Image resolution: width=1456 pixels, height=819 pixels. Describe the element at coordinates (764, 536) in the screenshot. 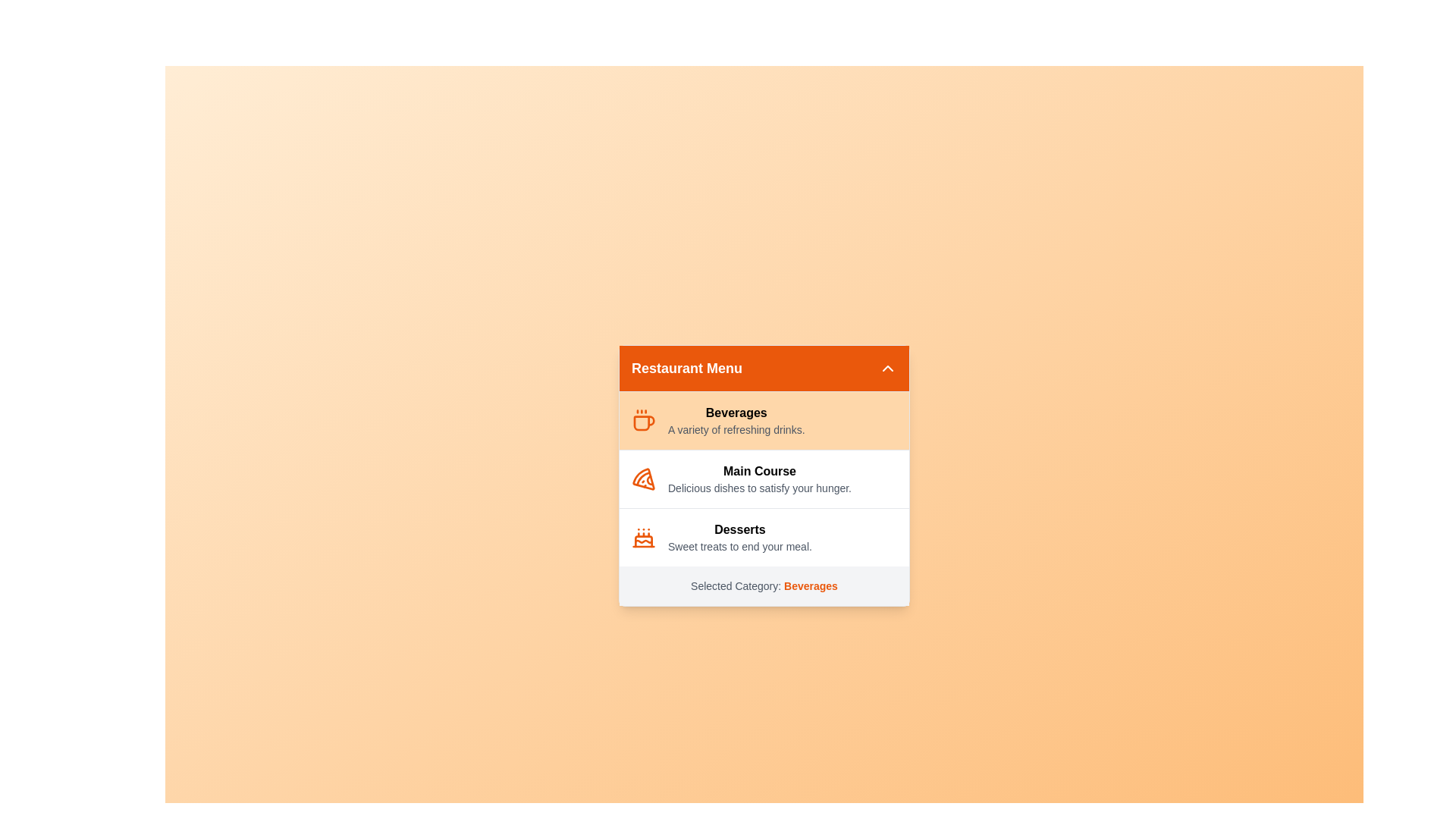

I see `the category Desserts from the list` at that location.